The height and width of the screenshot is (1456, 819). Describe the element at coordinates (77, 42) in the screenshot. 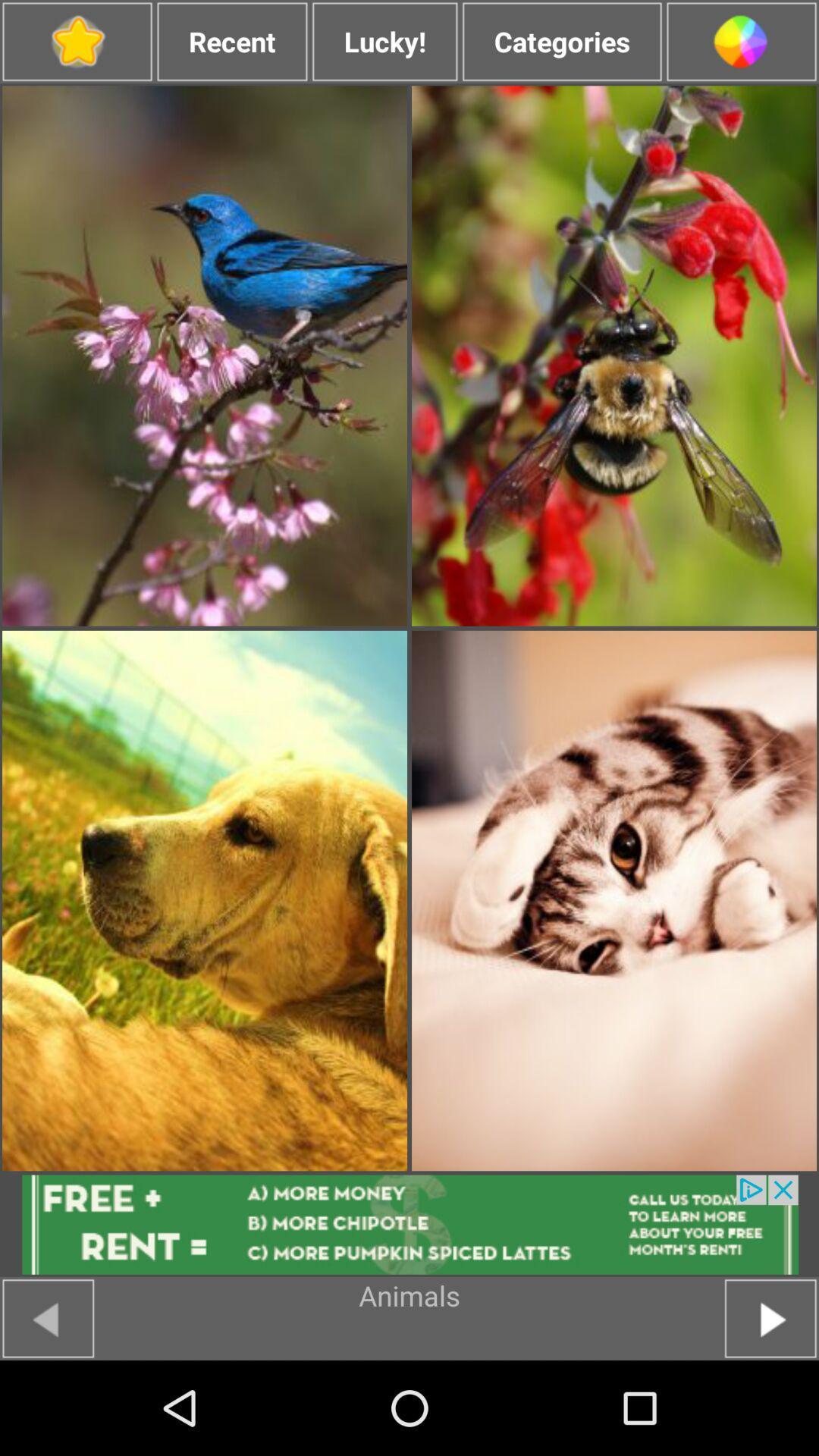

I see `the switch autoplay option` at that location.